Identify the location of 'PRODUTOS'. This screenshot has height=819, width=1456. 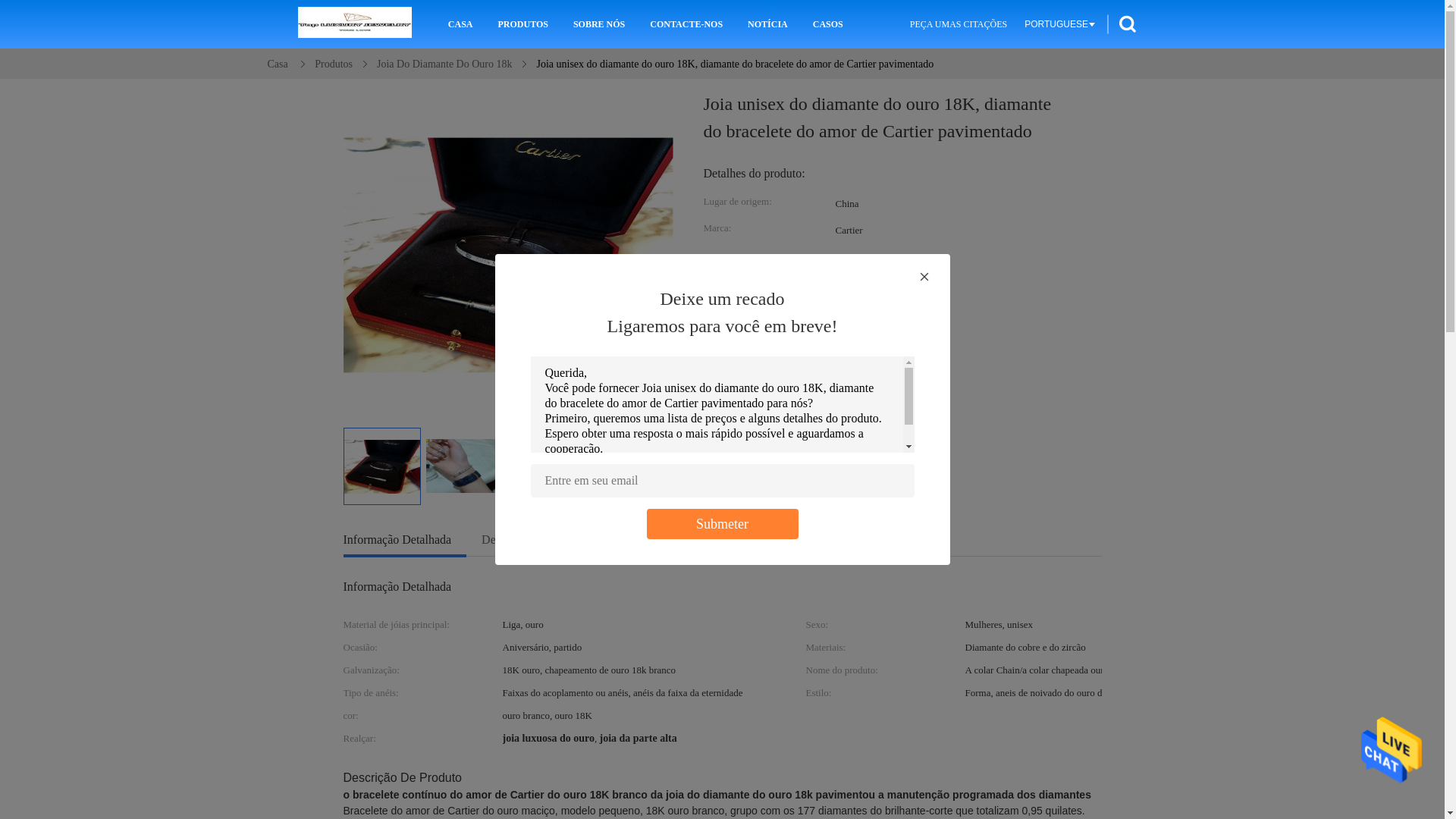
(494, 24).